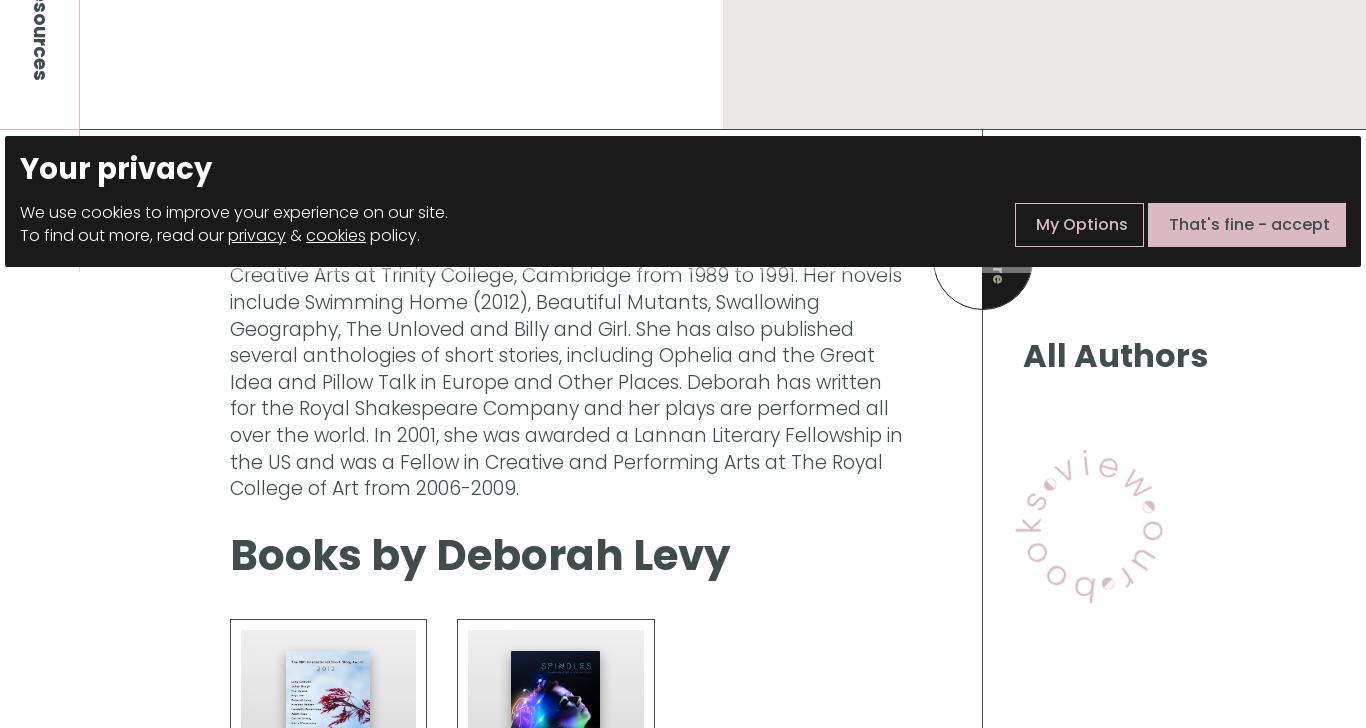 The width and height of the screenshot is (1366, 728). Describe the element at coordinates (1034, 223) in the screenshot. I see `'My Options'` at that location.